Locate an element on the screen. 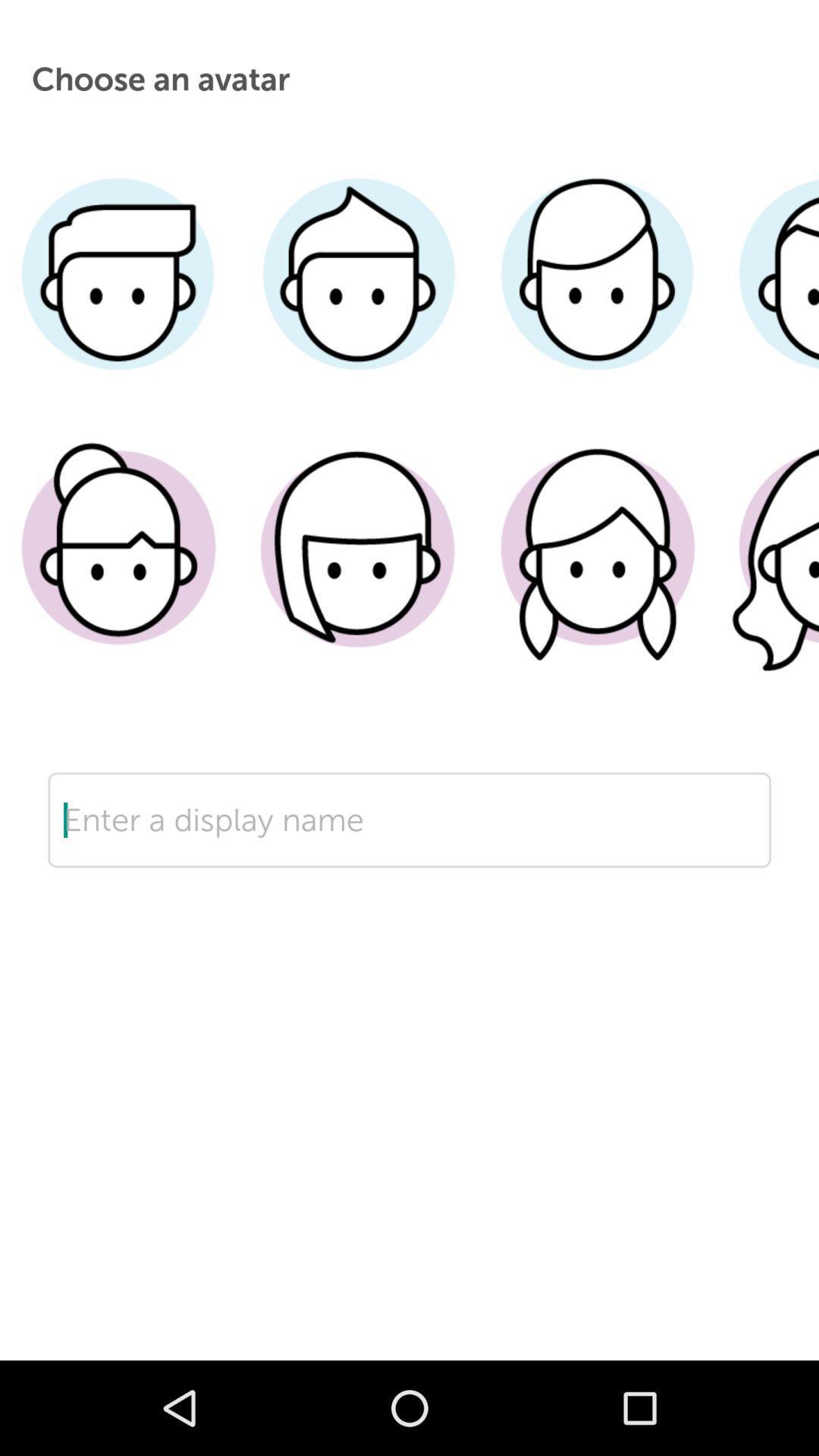  choose fourth female avatar is located at coordinates (767, 570).